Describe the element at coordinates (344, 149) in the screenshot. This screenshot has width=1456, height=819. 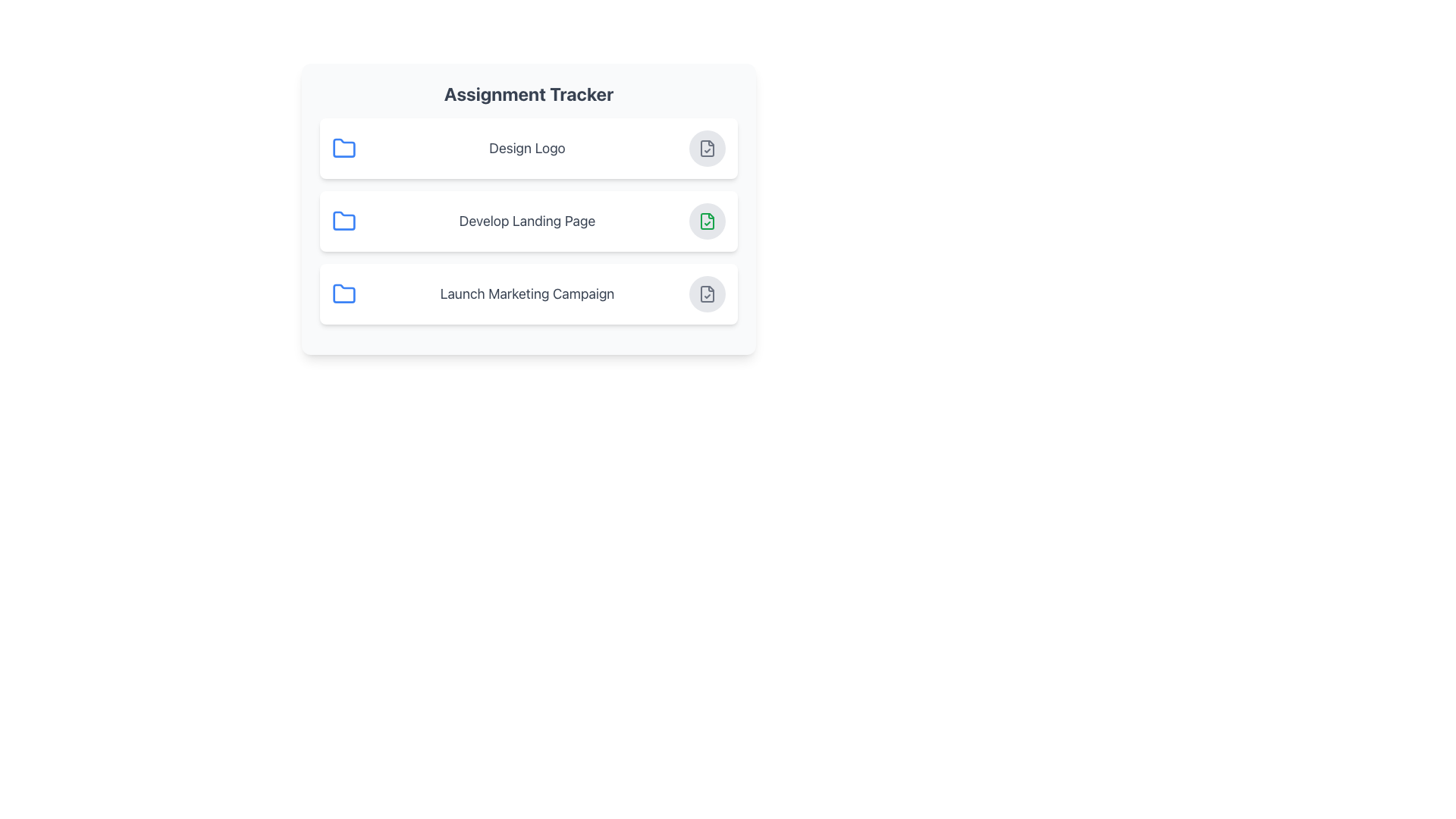
I see `the folder icon representing the 'Design Logo' category, which is the first icon in the list and positioned to the left of the text 'Design Logo'` at that location.